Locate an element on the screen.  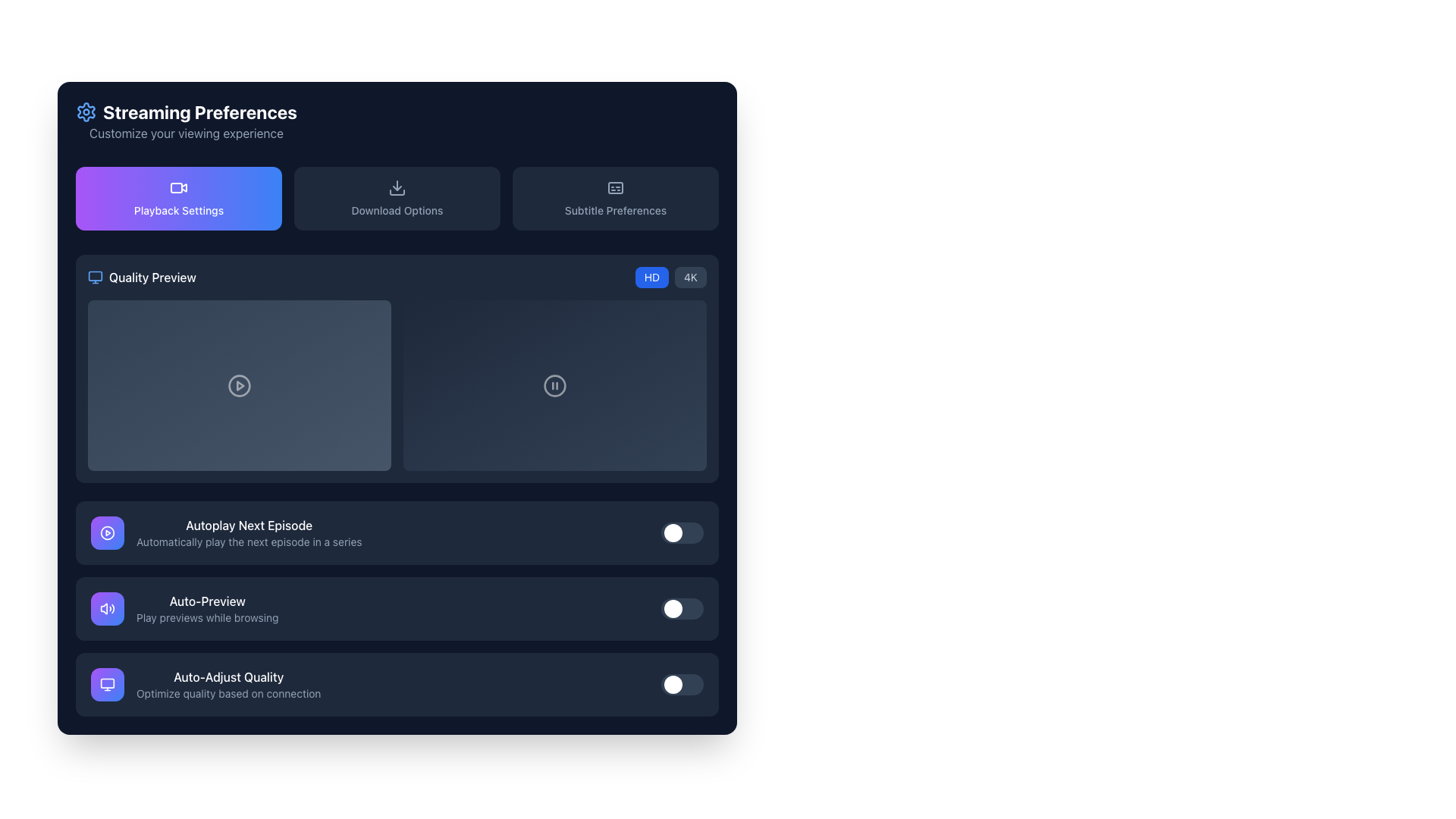
the rectangular badge with a blue background and rounded corners containing the text 'HD' in white, located in the upper-right area of the interface near the 'Quality Preview' section is located at coordinates (651, 278).